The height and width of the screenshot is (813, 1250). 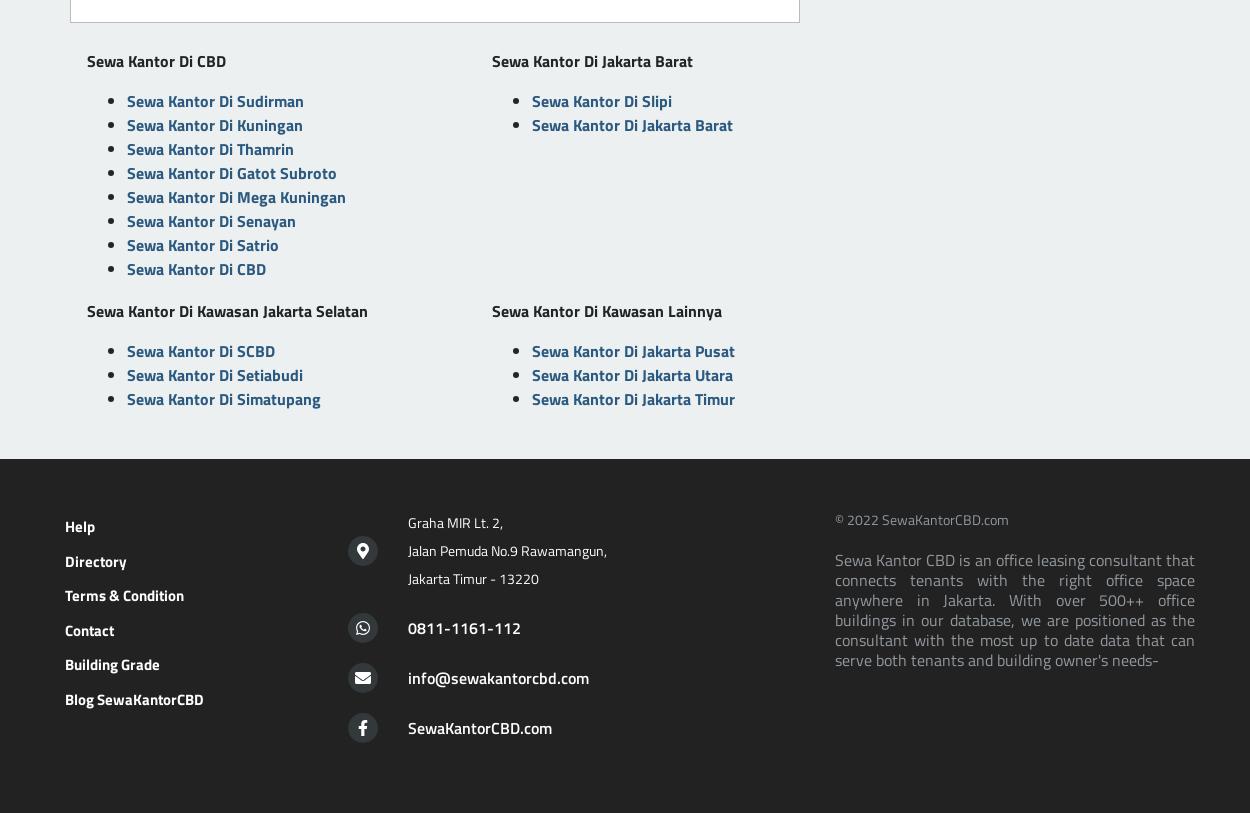 I want to click on 'Building Grade', so click(x=111, y=664).